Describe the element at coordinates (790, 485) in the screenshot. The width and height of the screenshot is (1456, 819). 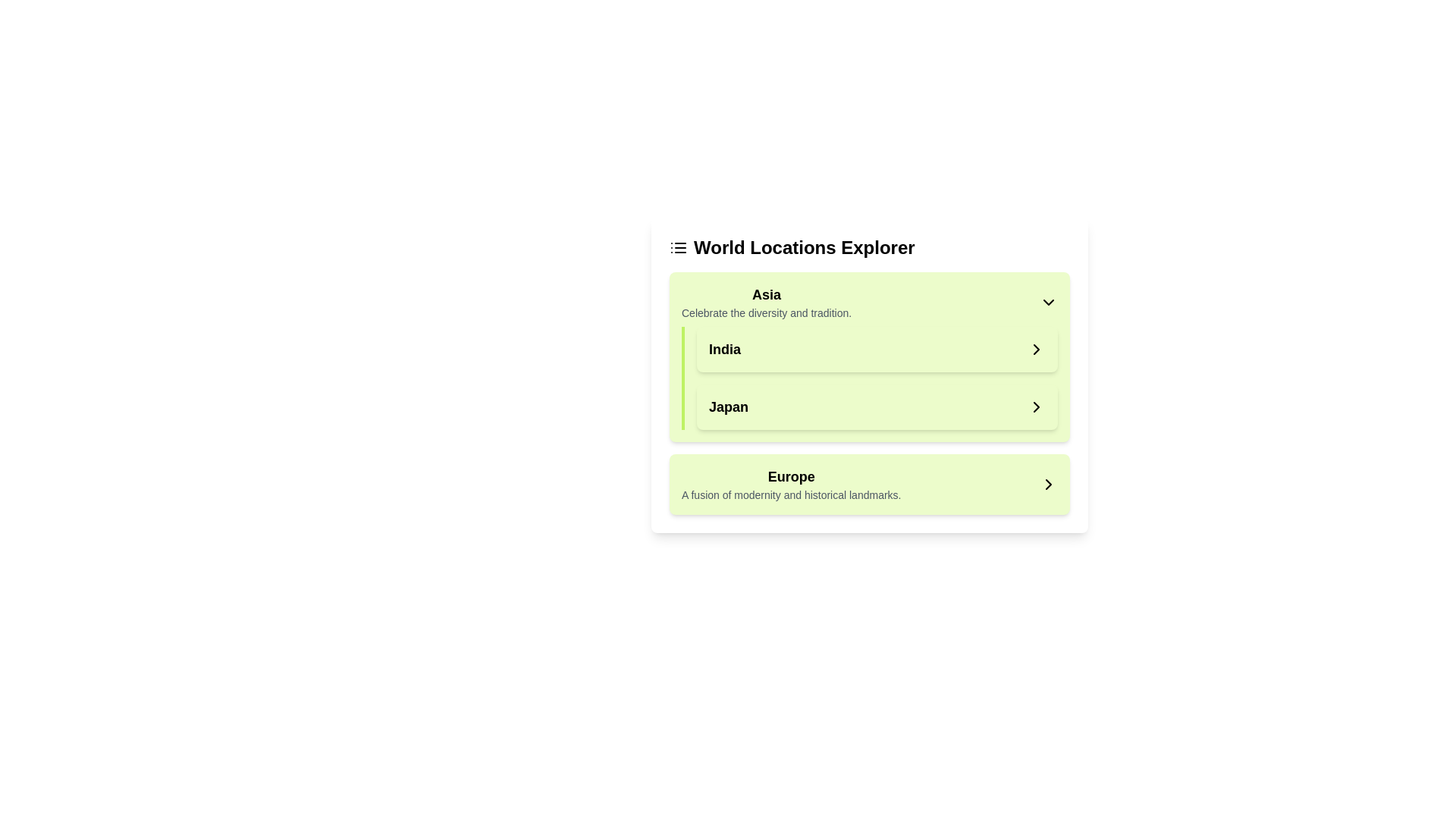
I see `the selectable list item labeled 'Europe' which contains a bold title and a description in muted gray text` at that location.